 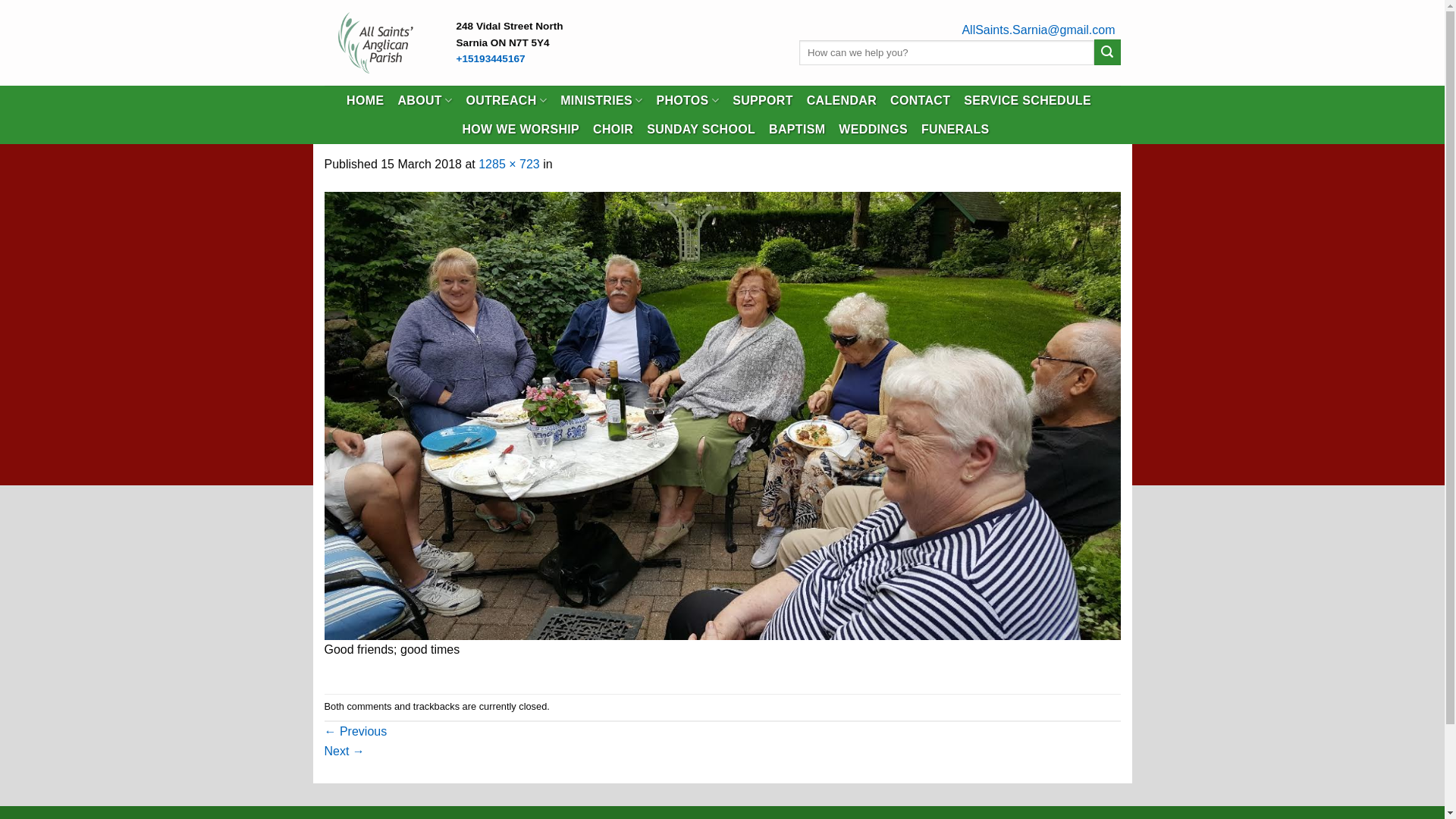 What do you see at coordinates (873, 128) in the screenshot?
I see `'WEDDINGS'` at bounding box center [873, 128].